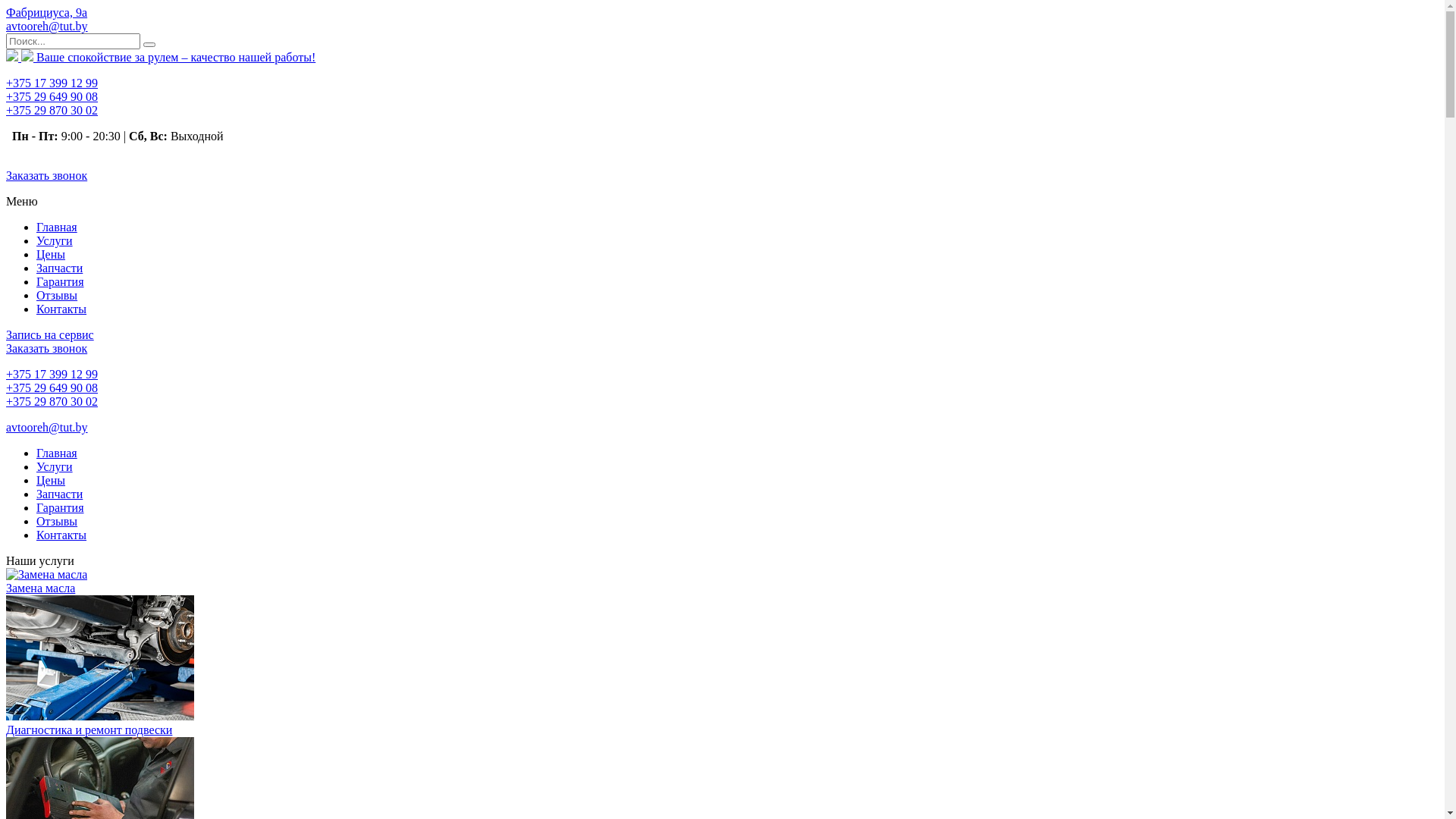 The image size is (1456, 819). What do you see at coordinates (52, 83) in the screenshot?
I see `'+375 17 399 12 99'` at bounding box center [52, 83].